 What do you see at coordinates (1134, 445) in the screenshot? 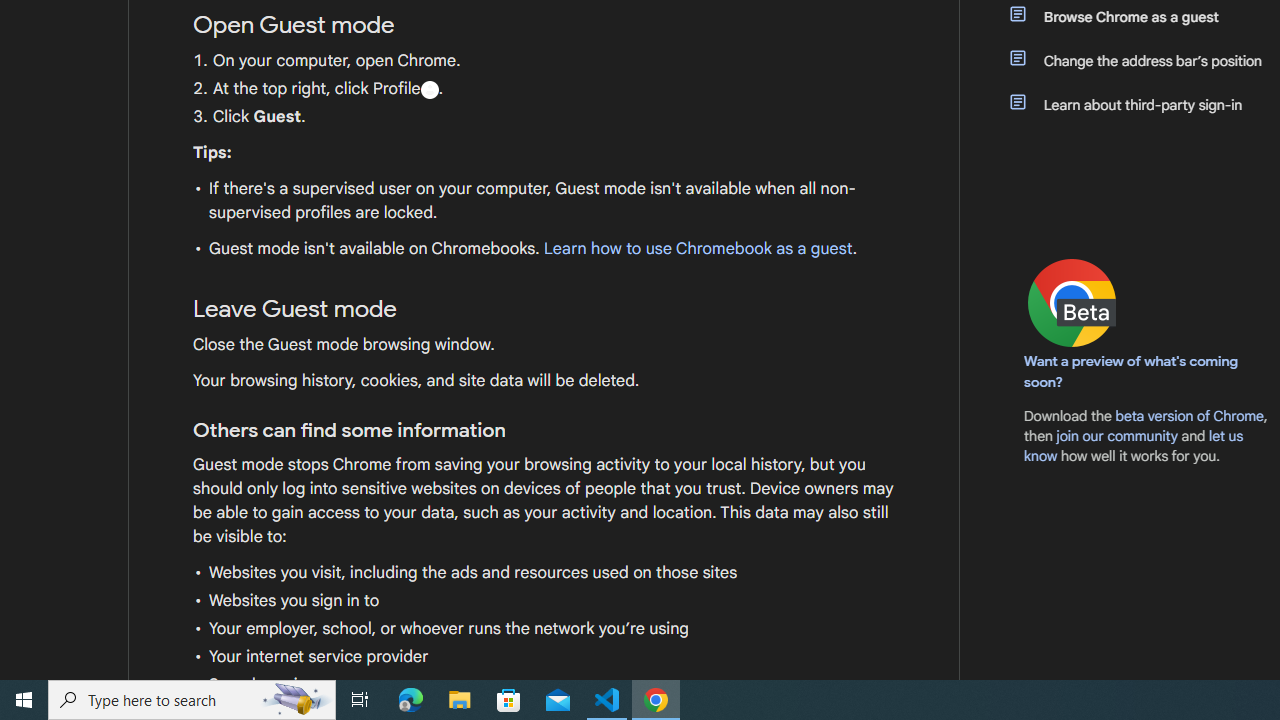
I see `'let us know'` at bounding box center [1134, 445].